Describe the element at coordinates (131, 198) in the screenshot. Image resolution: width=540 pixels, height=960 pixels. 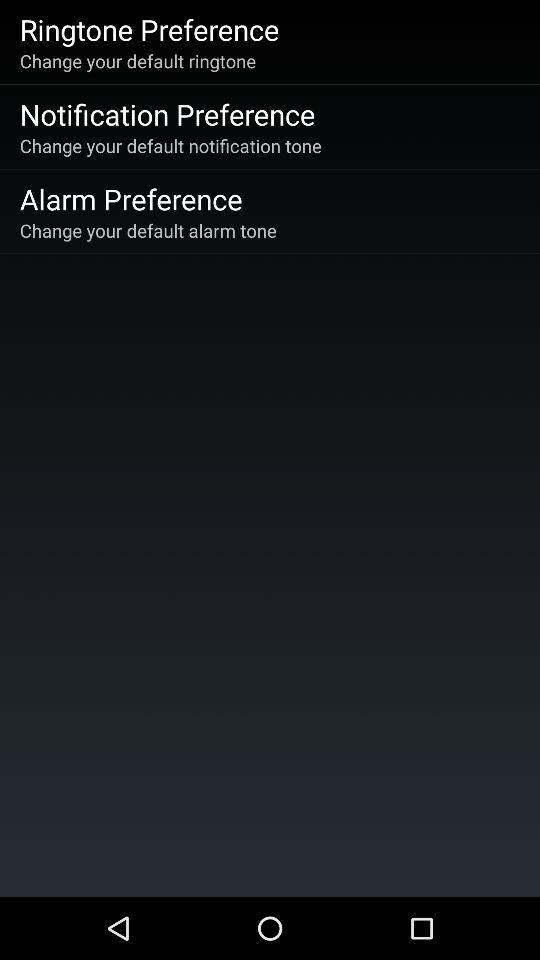
I see `item above change your default` at that location.